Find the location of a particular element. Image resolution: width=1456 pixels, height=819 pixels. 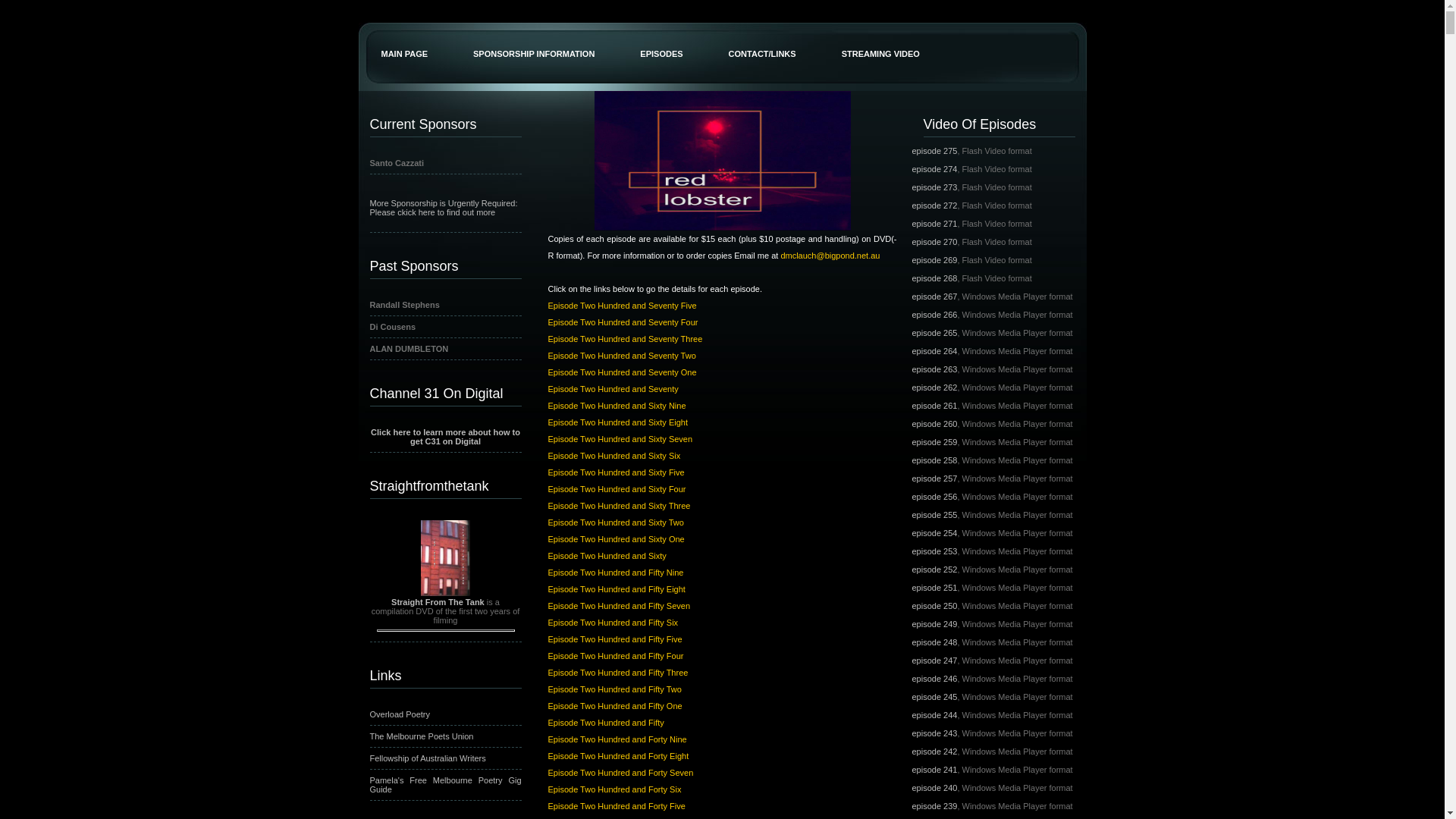

'Episode Two Hundred and Forty Six' is located at coordinates (614, 789).